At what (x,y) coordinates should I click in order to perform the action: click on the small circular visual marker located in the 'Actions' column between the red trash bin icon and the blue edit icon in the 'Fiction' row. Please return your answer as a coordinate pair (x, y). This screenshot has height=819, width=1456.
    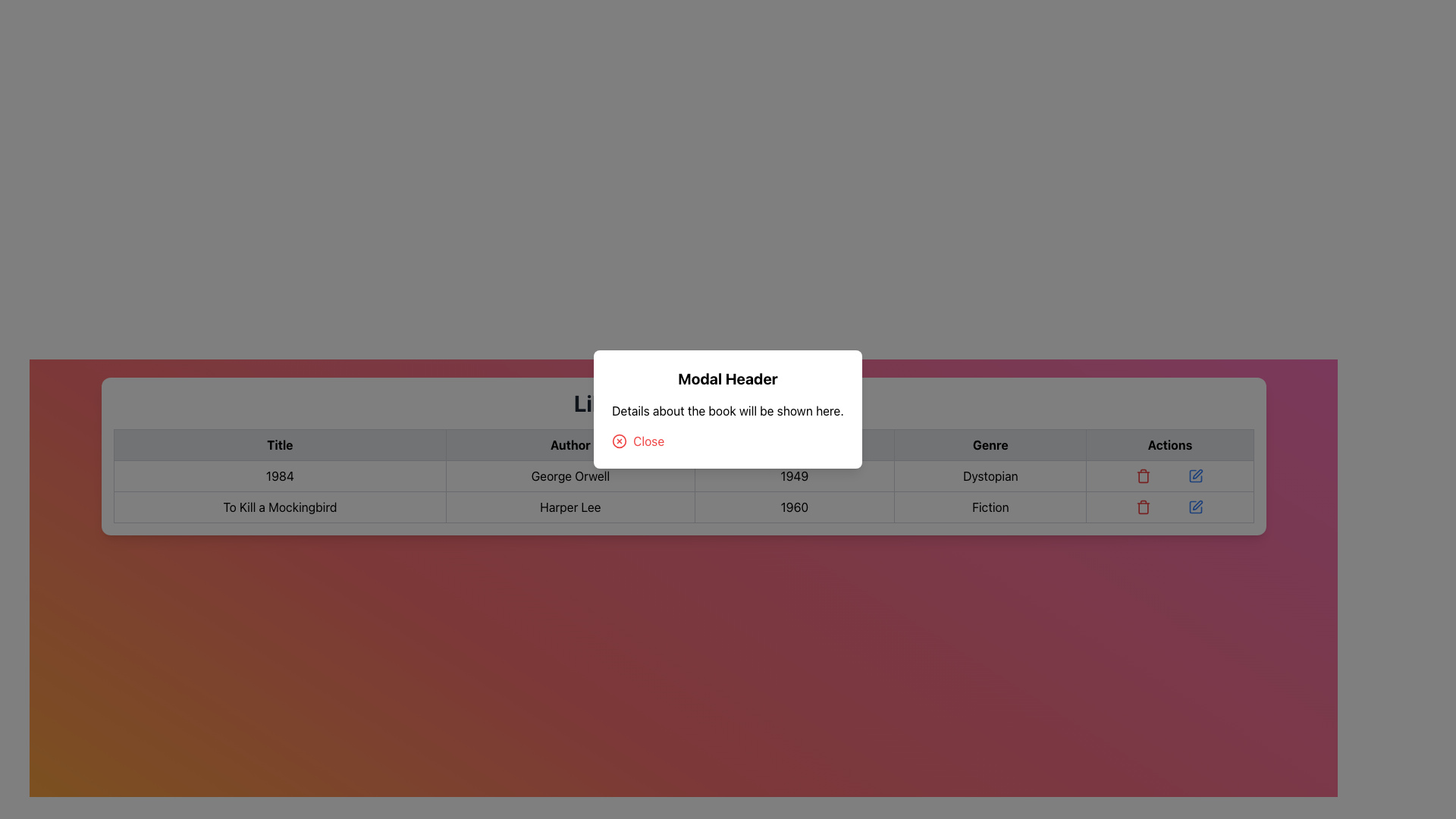
    Looking at the image, I should click on (1169, 507).